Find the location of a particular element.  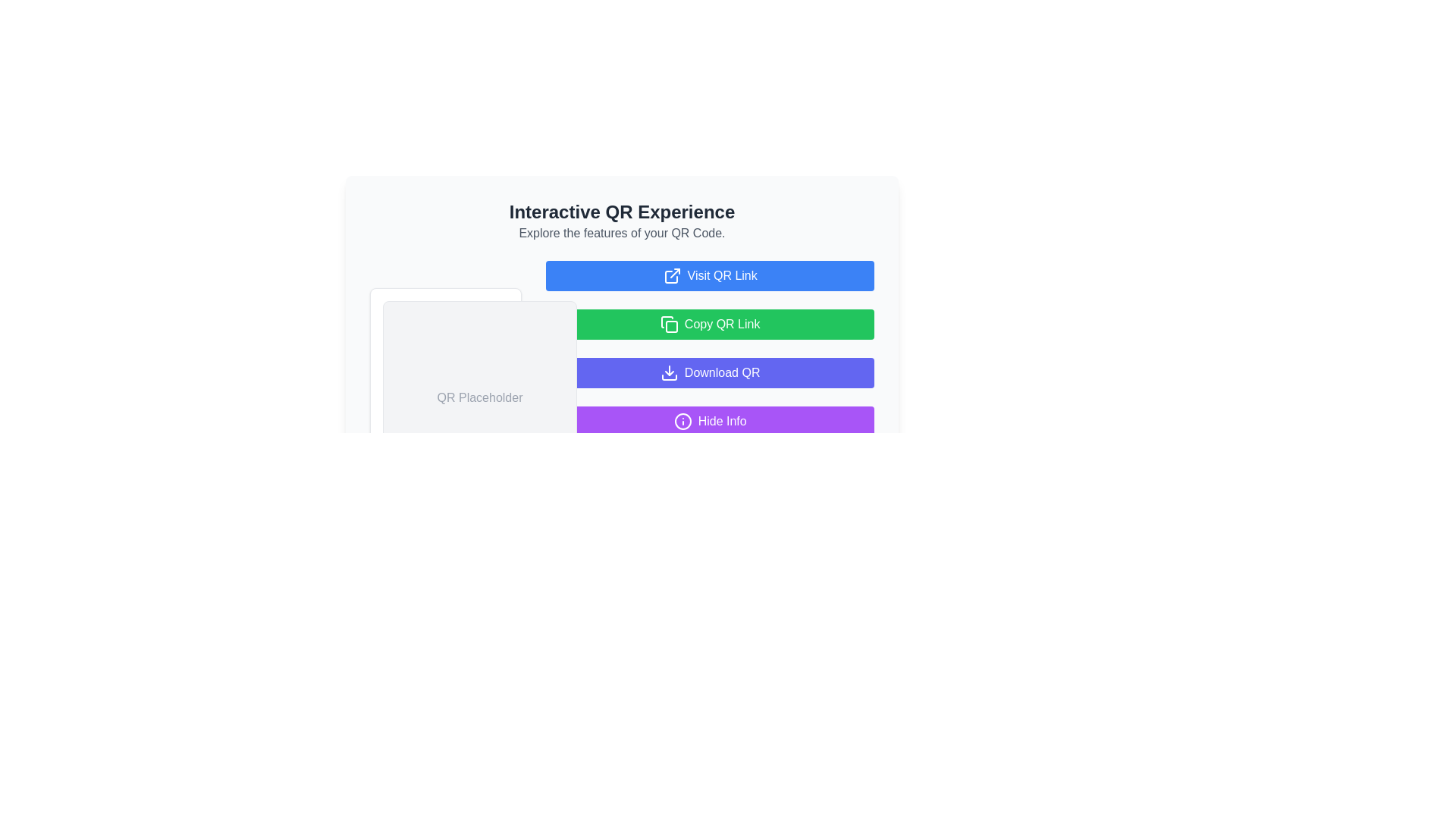

the copy action icon for the 'Copy QR Link' button, which is visually represented next to the button's label and is situated in the second row of interactive buttons is located at coordinates (668, 324).